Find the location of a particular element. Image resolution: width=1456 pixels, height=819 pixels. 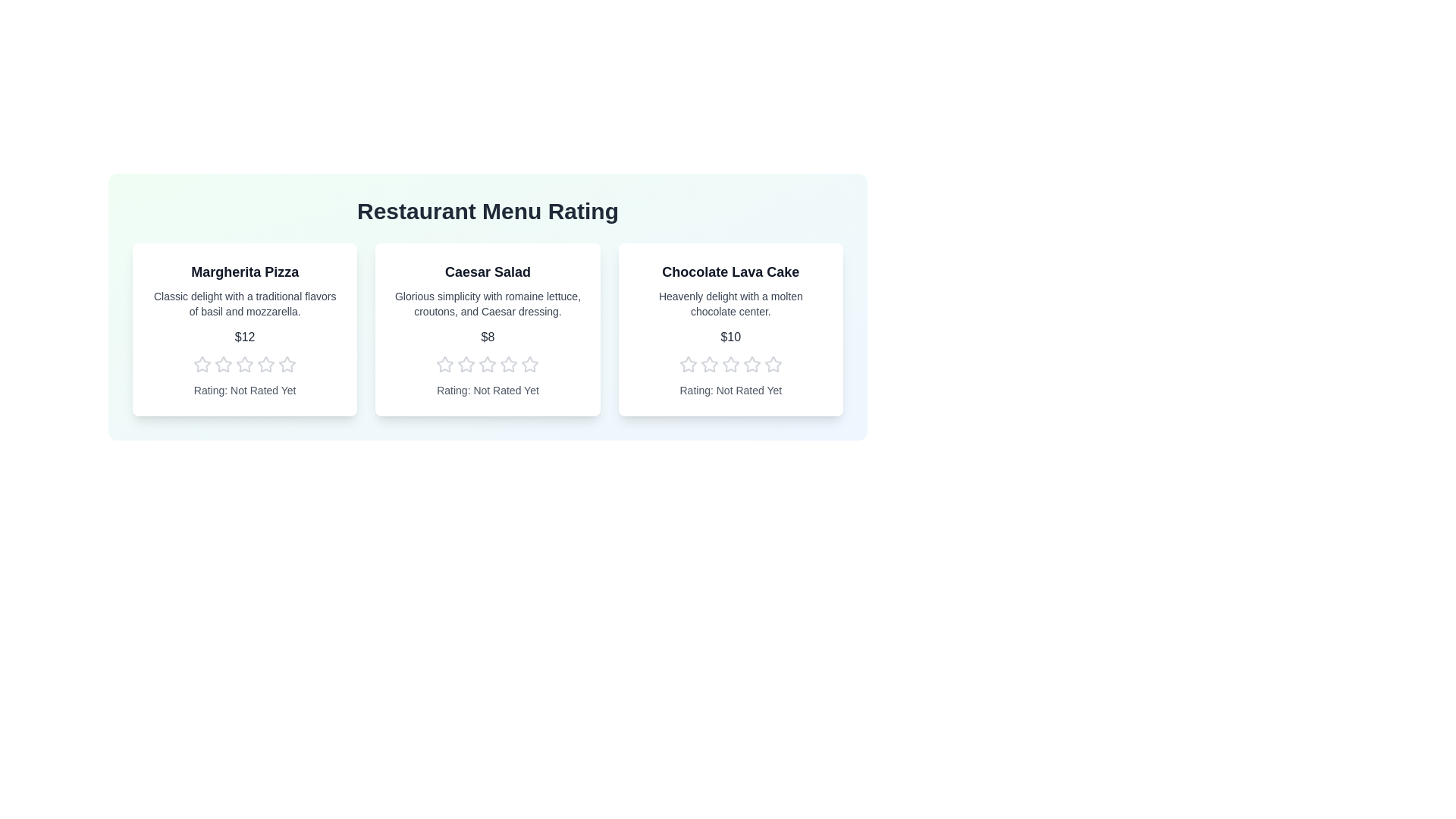

the 1 star to preview the rating is located at coordinates (202, 365).